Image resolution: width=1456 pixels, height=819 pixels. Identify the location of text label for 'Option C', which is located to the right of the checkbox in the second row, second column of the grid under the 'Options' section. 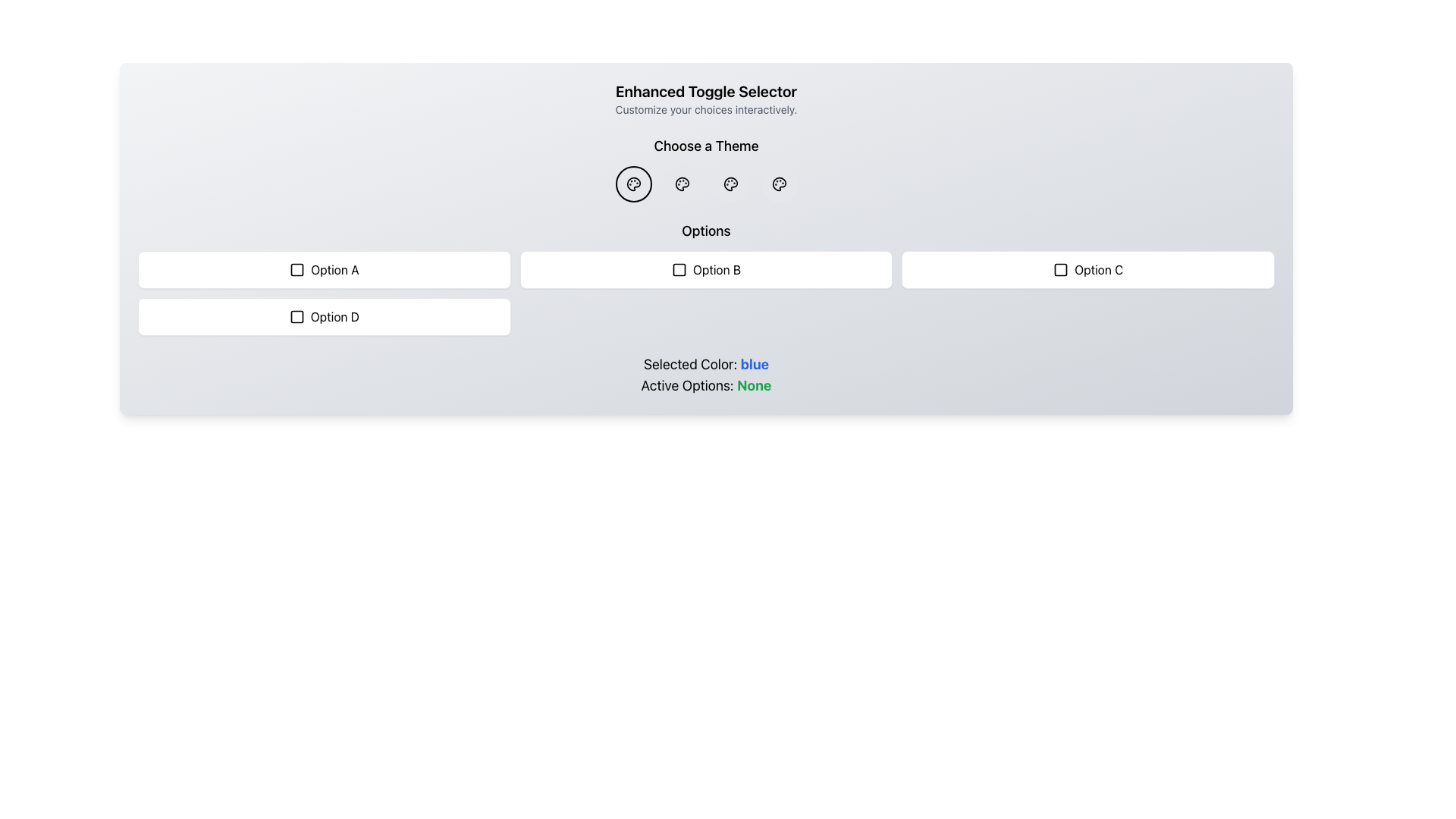
(1099, 268).